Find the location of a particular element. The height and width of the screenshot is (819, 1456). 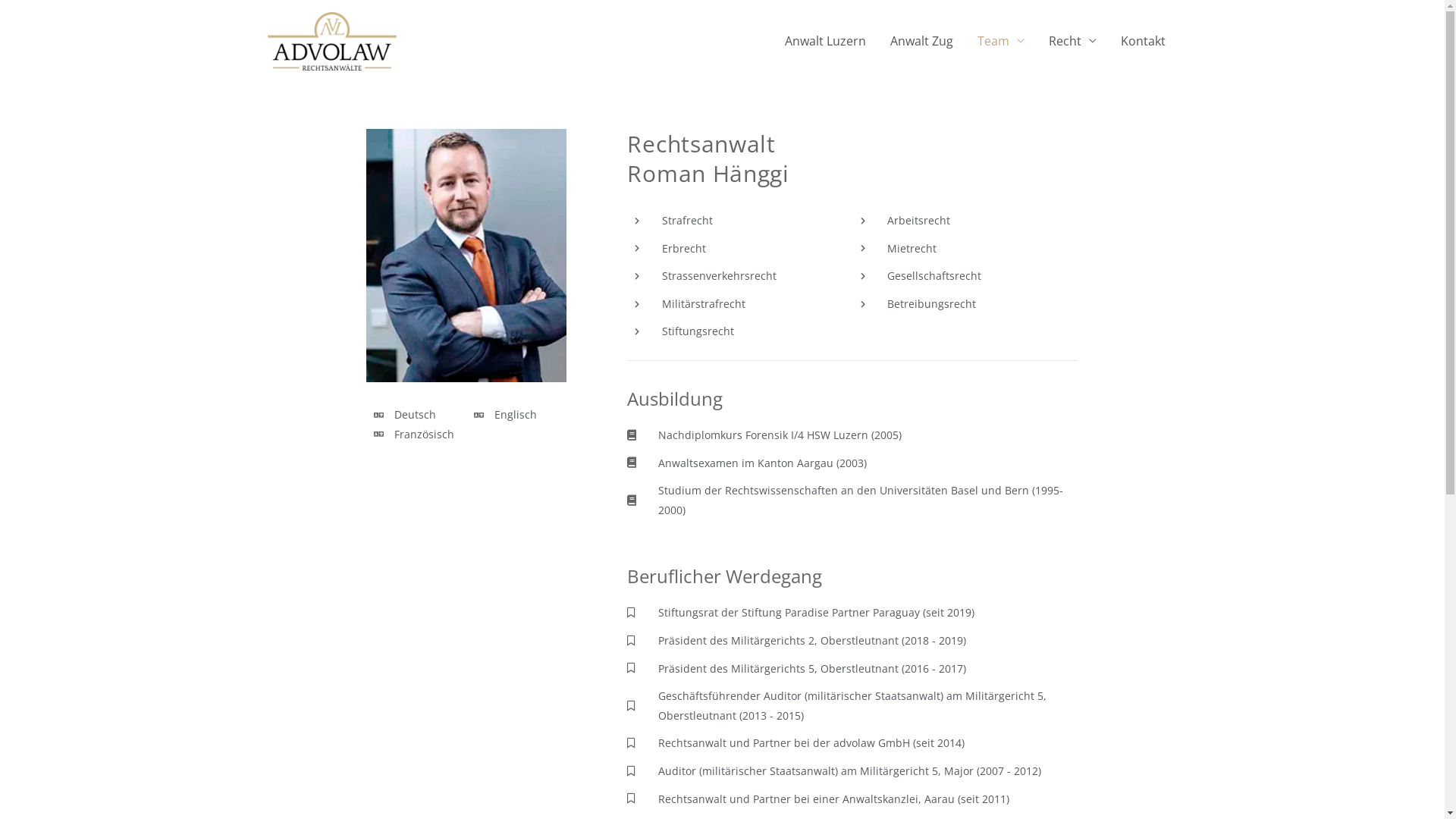

'Anwalt Zug' is located at coordinates (921, 40).